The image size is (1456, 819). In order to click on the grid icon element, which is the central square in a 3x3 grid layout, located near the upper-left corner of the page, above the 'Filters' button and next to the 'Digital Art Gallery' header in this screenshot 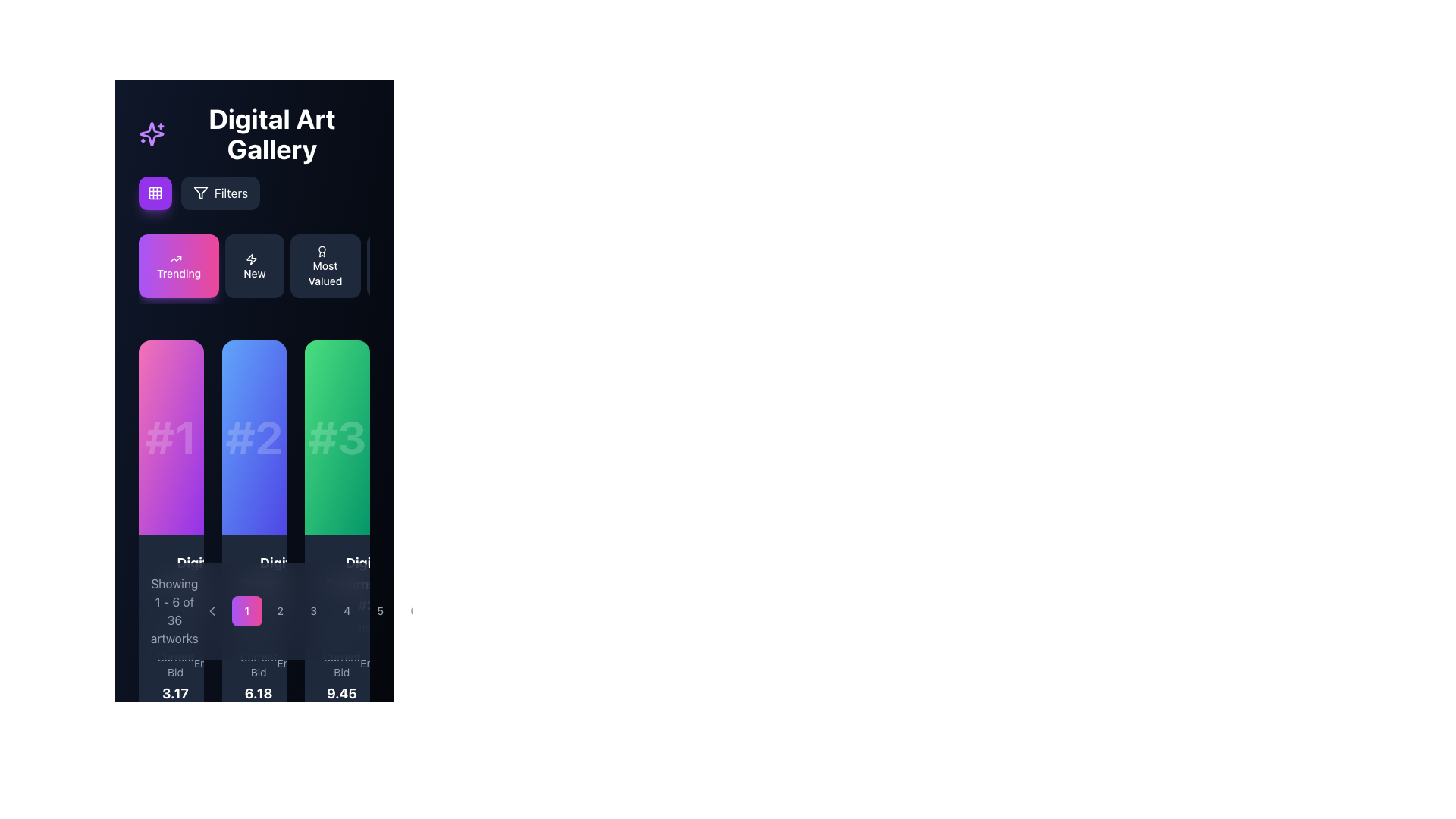, I will do `click(155, 192)`.